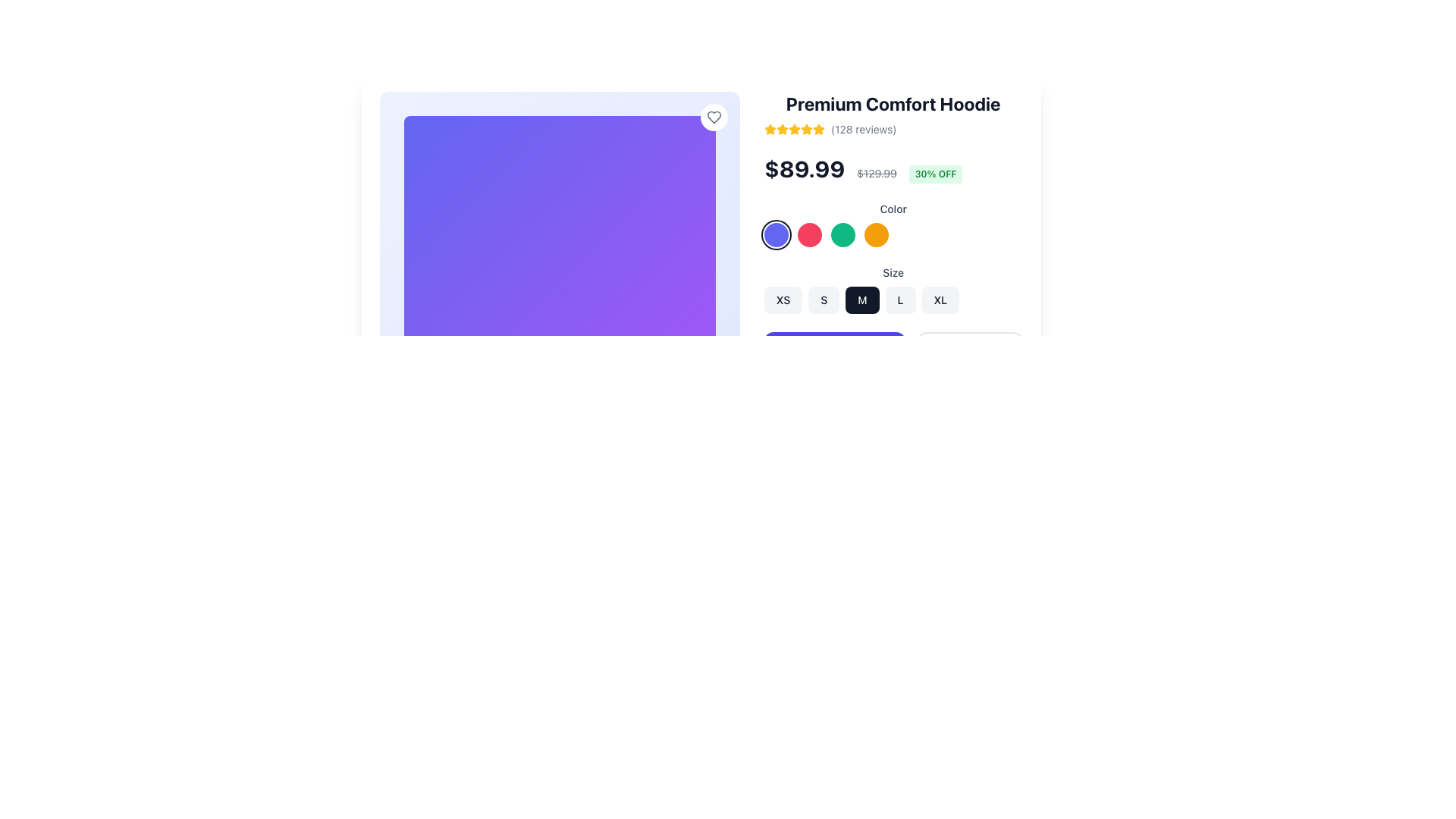  I want to click on the third gold star icon in the product rating section, which is located between the second and fourth stars, used for user feedback, so click(783, 128).